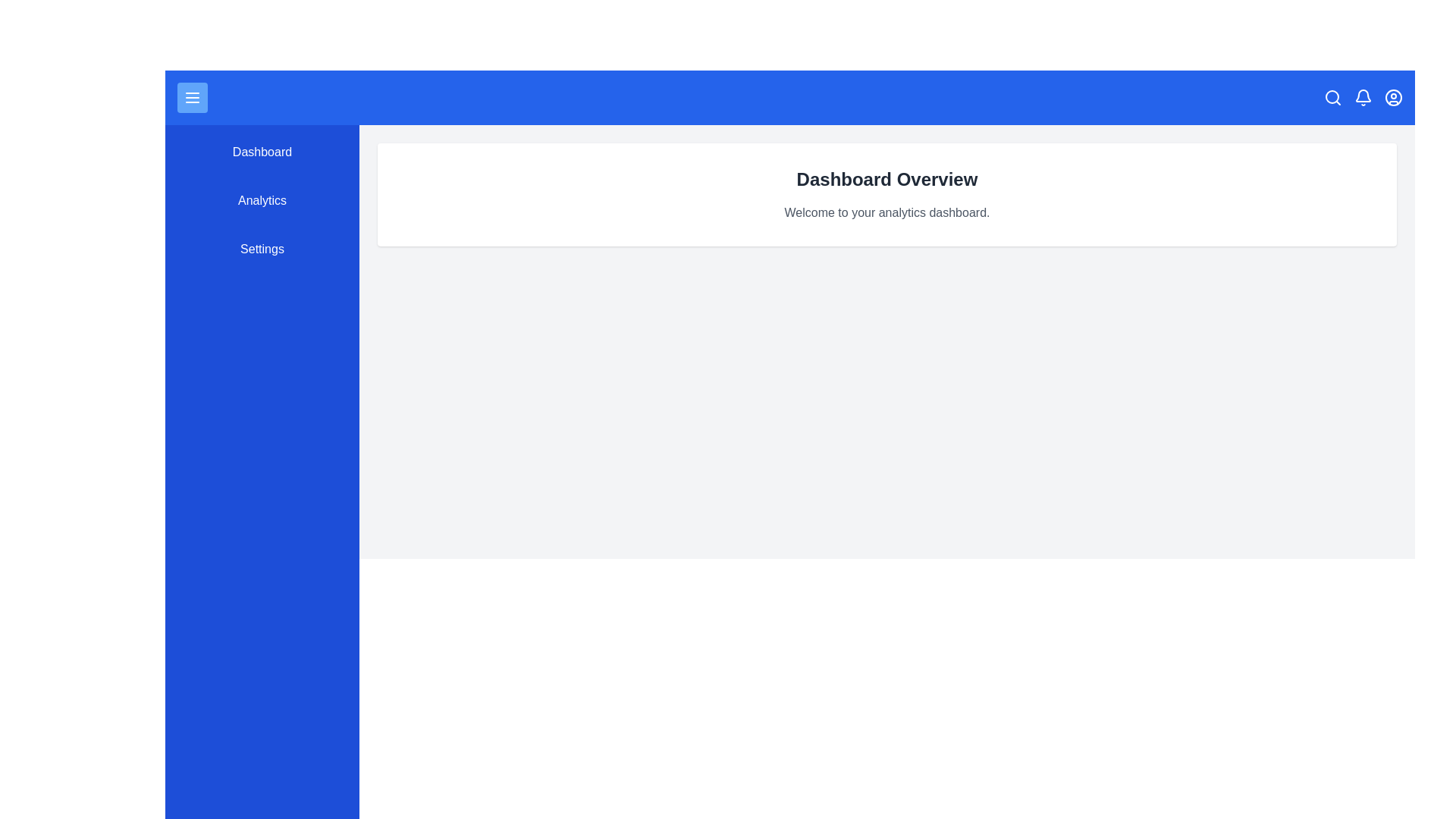 The height and width of the screenshot is (819, 1456). Describe the element at coordinates (262, 152) in the screenshot. I see `the navigation menu item Dashboard` at that location.